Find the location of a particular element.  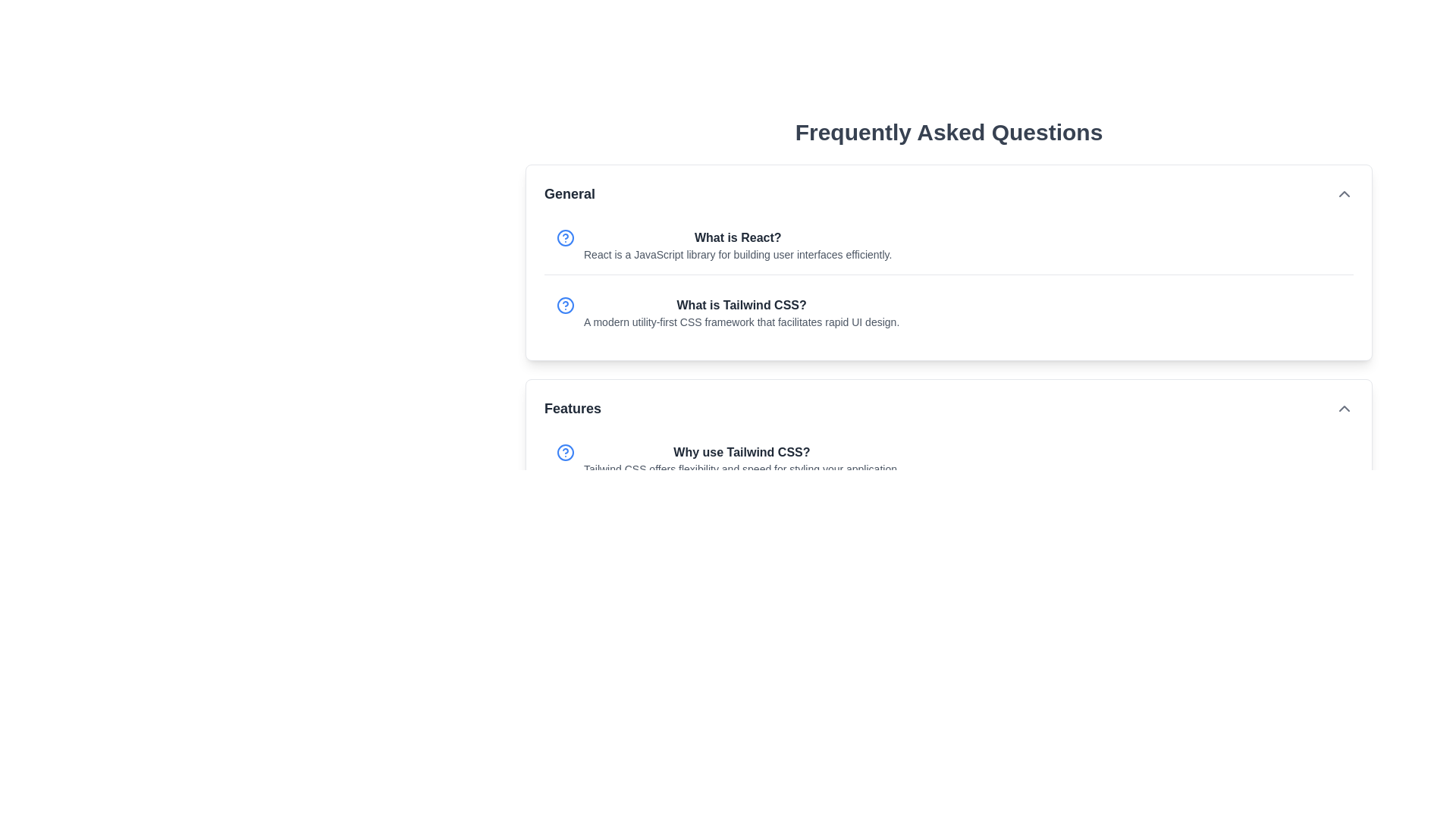

the Text Content Block that provides an answer to the FAQ 'What is Tailwind CSS?' located under the 'General' section, directly below the question 'What is React?' is located at coordinates (742, 312).